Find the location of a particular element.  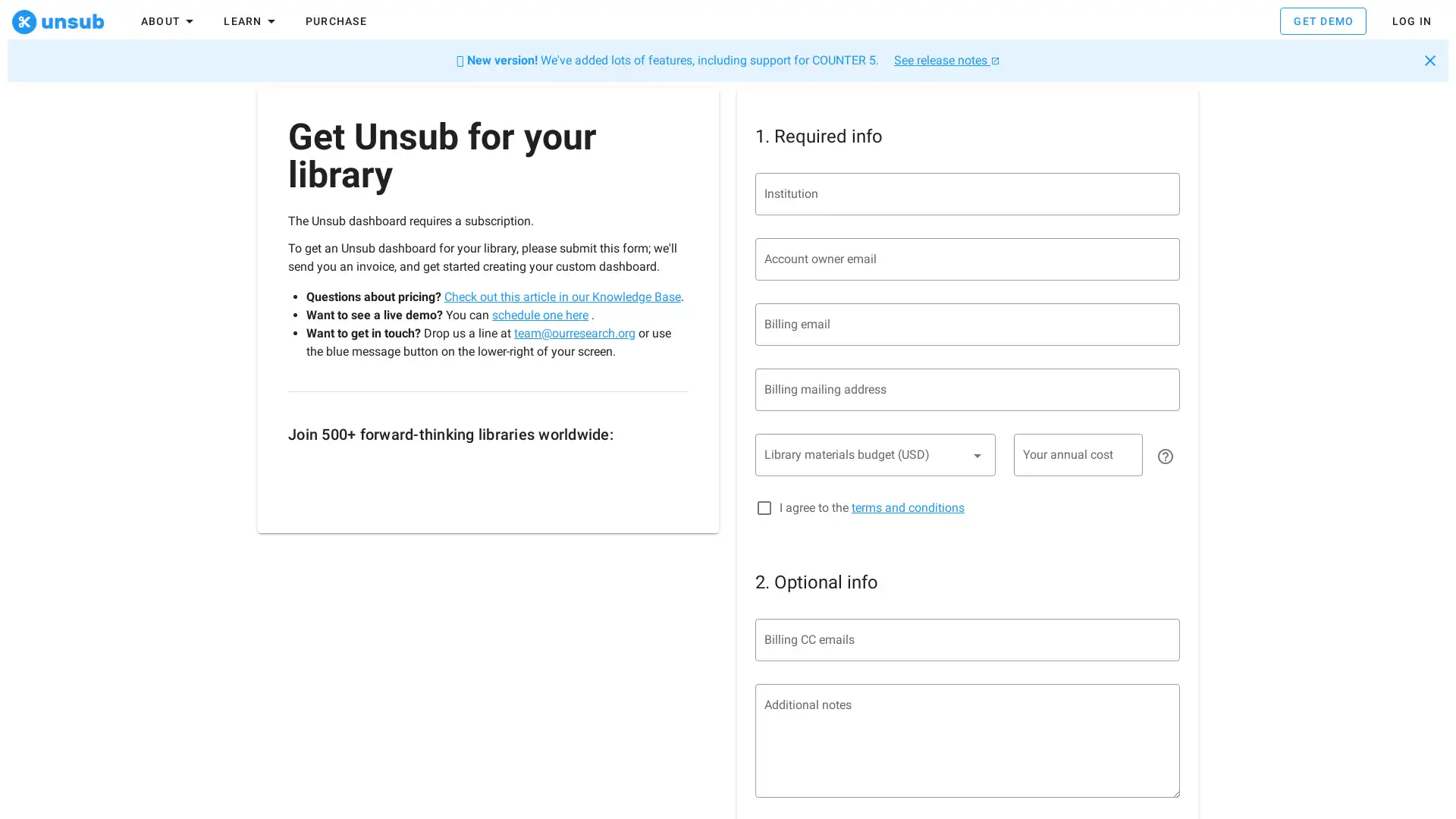

LEARN is located at coordinates (251, 24).